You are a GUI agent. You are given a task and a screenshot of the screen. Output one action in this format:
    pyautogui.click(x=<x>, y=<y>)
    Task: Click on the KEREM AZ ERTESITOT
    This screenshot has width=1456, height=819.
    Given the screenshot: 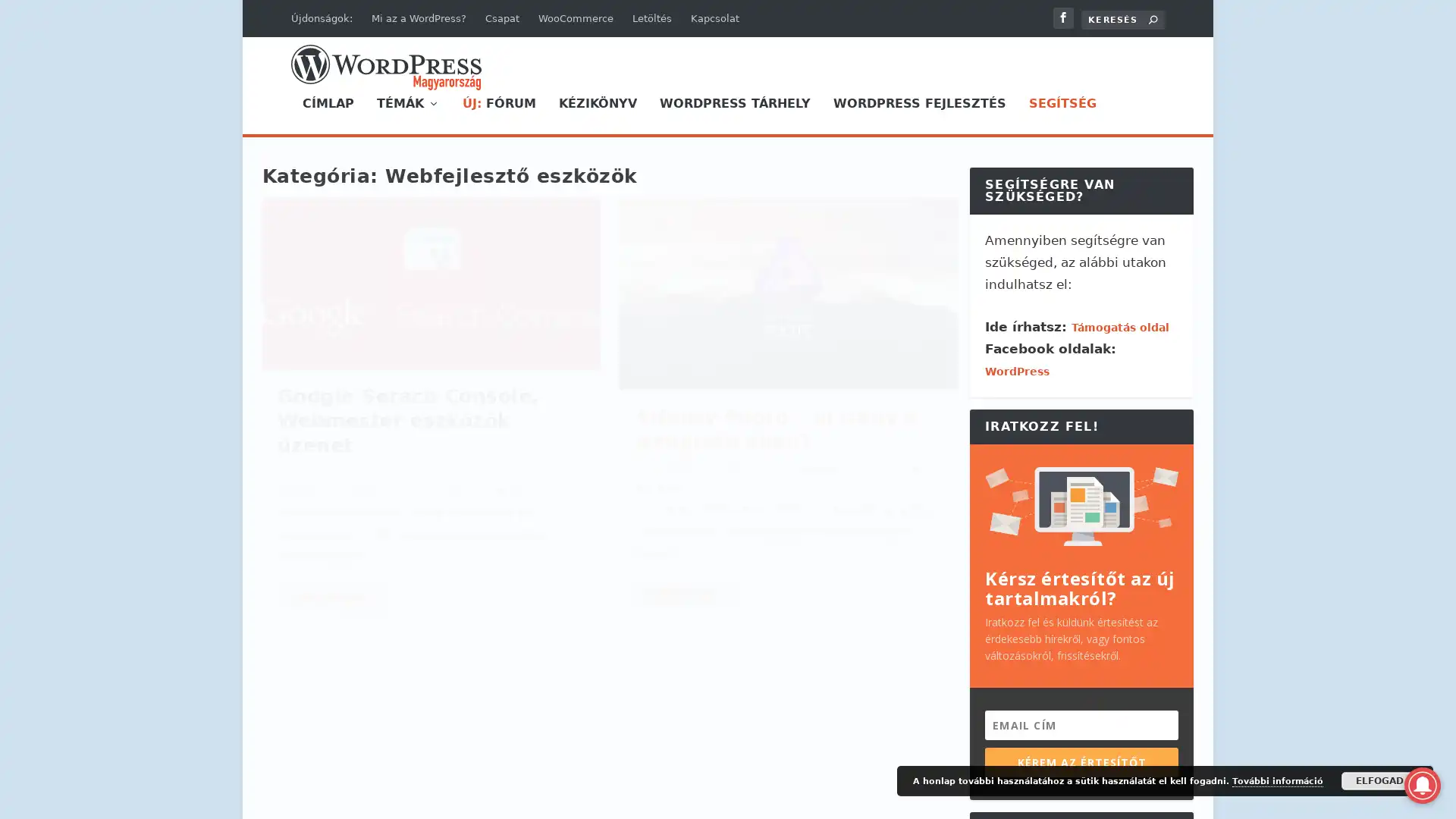 What is the action you would take?
    pyautogui.click(x=1081, y=761)
    